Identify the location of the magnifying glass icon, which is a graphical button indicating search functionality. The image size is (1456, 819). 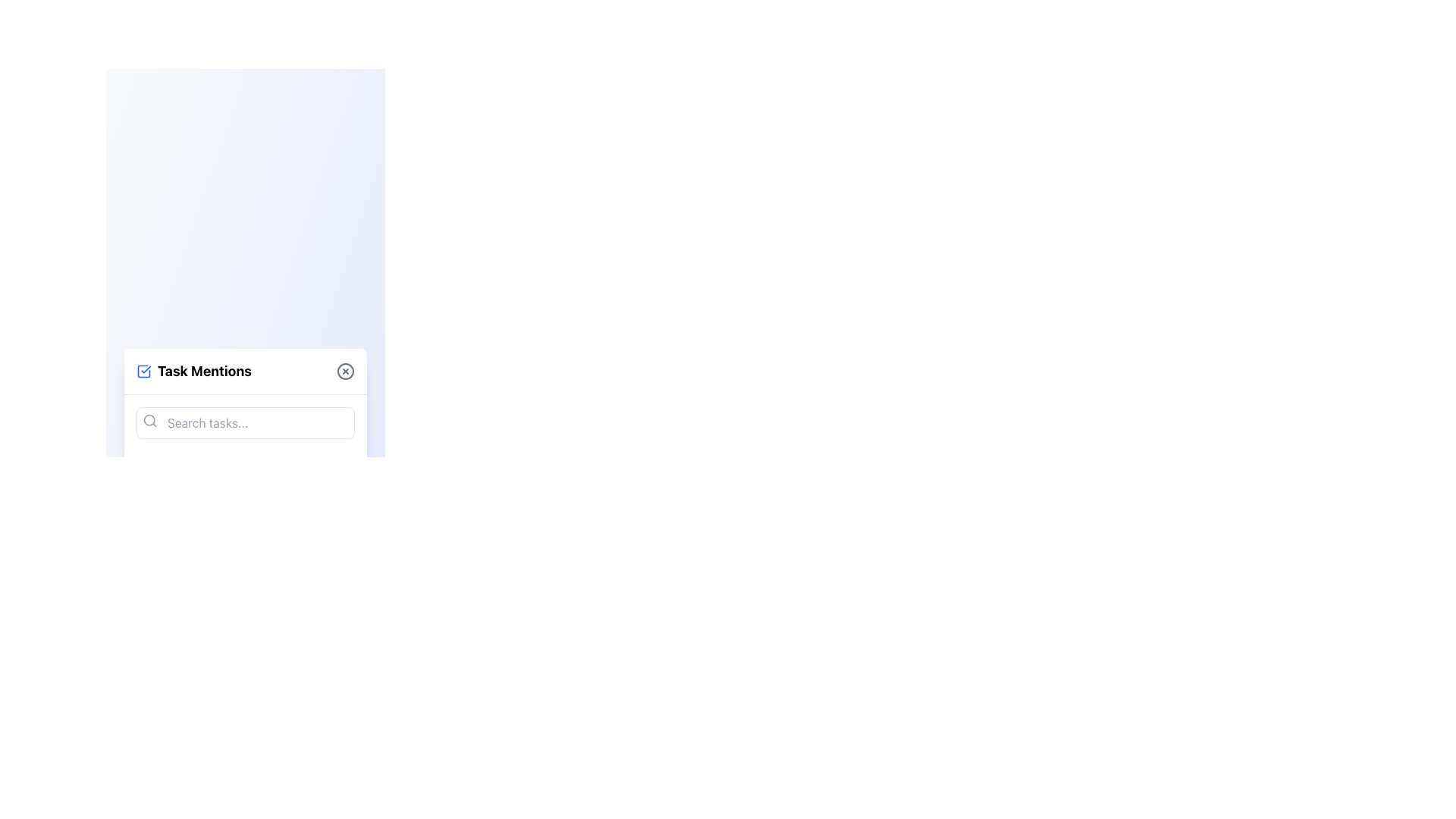
(149, 420).